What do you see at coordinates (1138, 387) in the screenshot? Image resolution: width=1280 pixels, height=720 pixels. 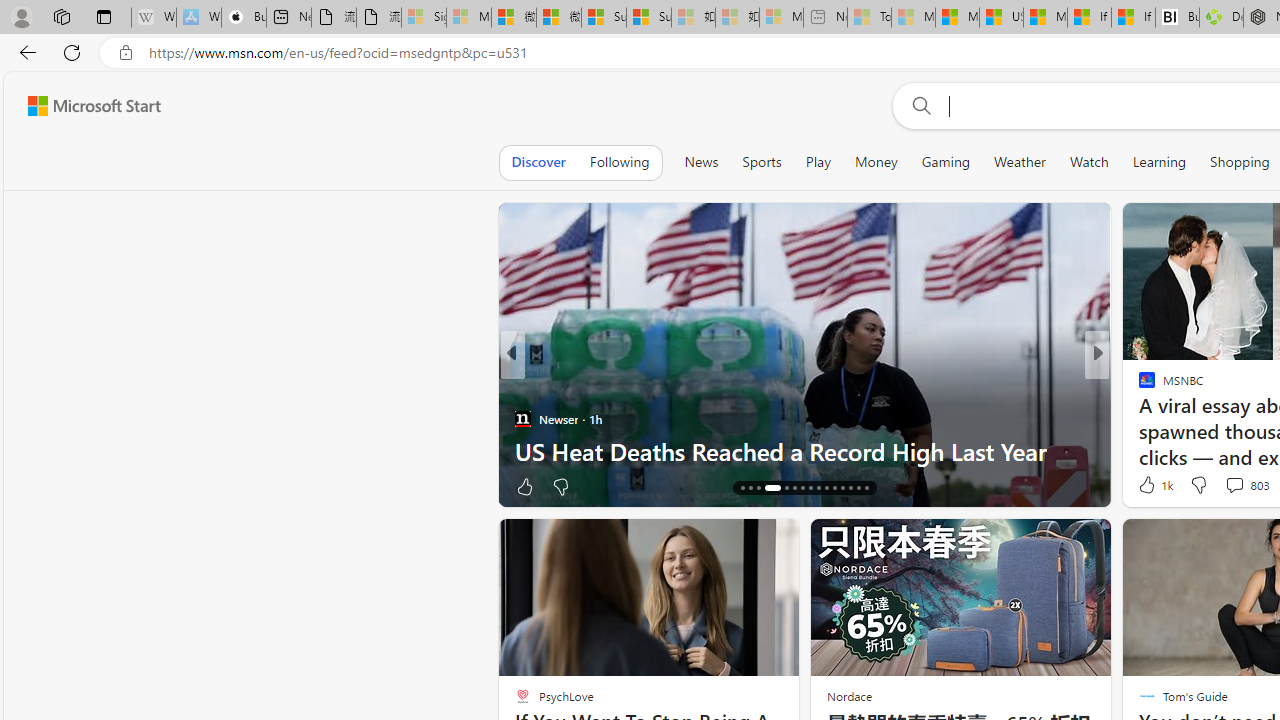 I see `'Nature of Home'` at bounding box center [1138, 387].